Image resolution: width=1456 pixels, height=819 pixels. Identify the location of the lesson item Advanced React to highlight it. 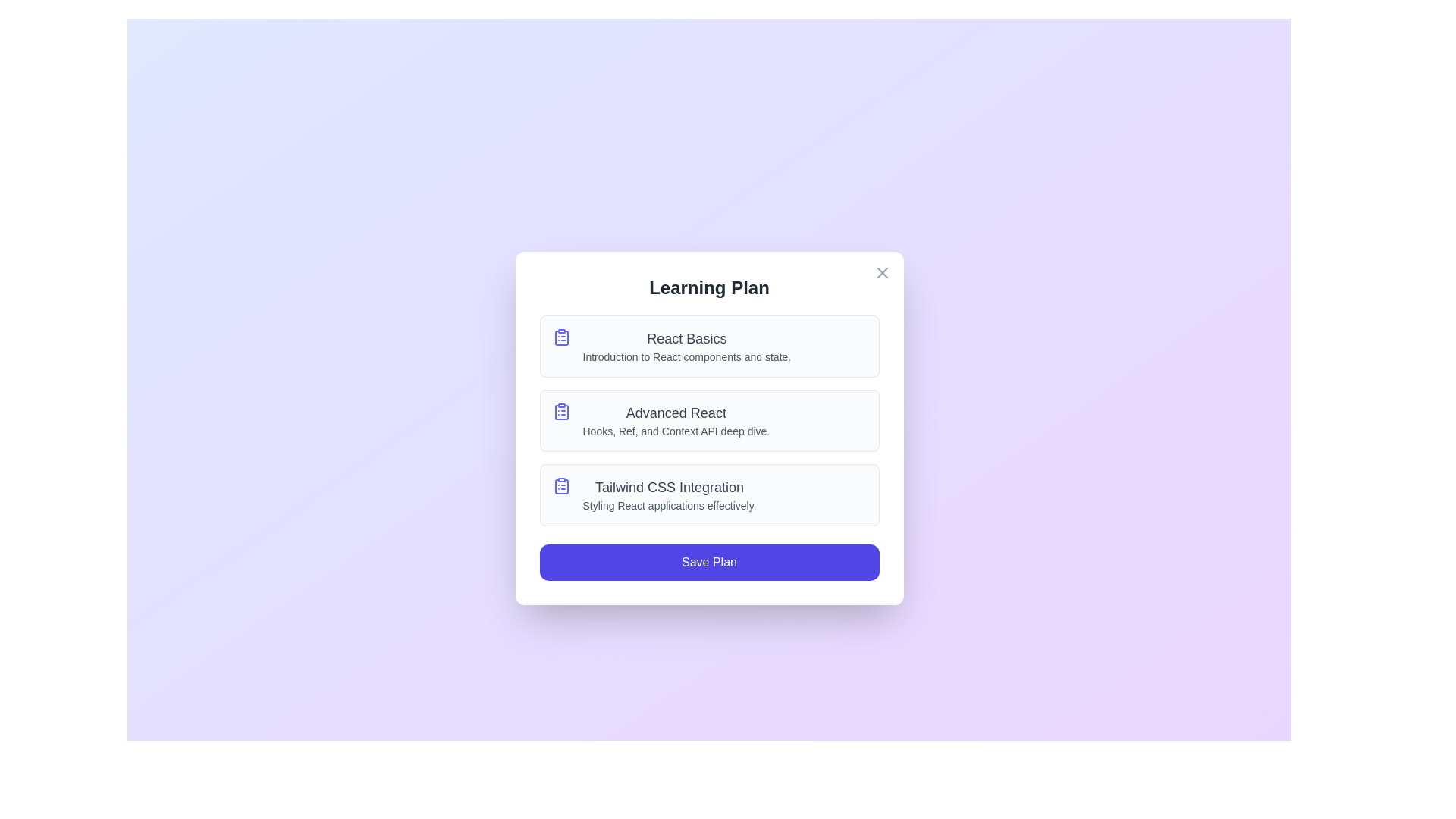
(708, 421).